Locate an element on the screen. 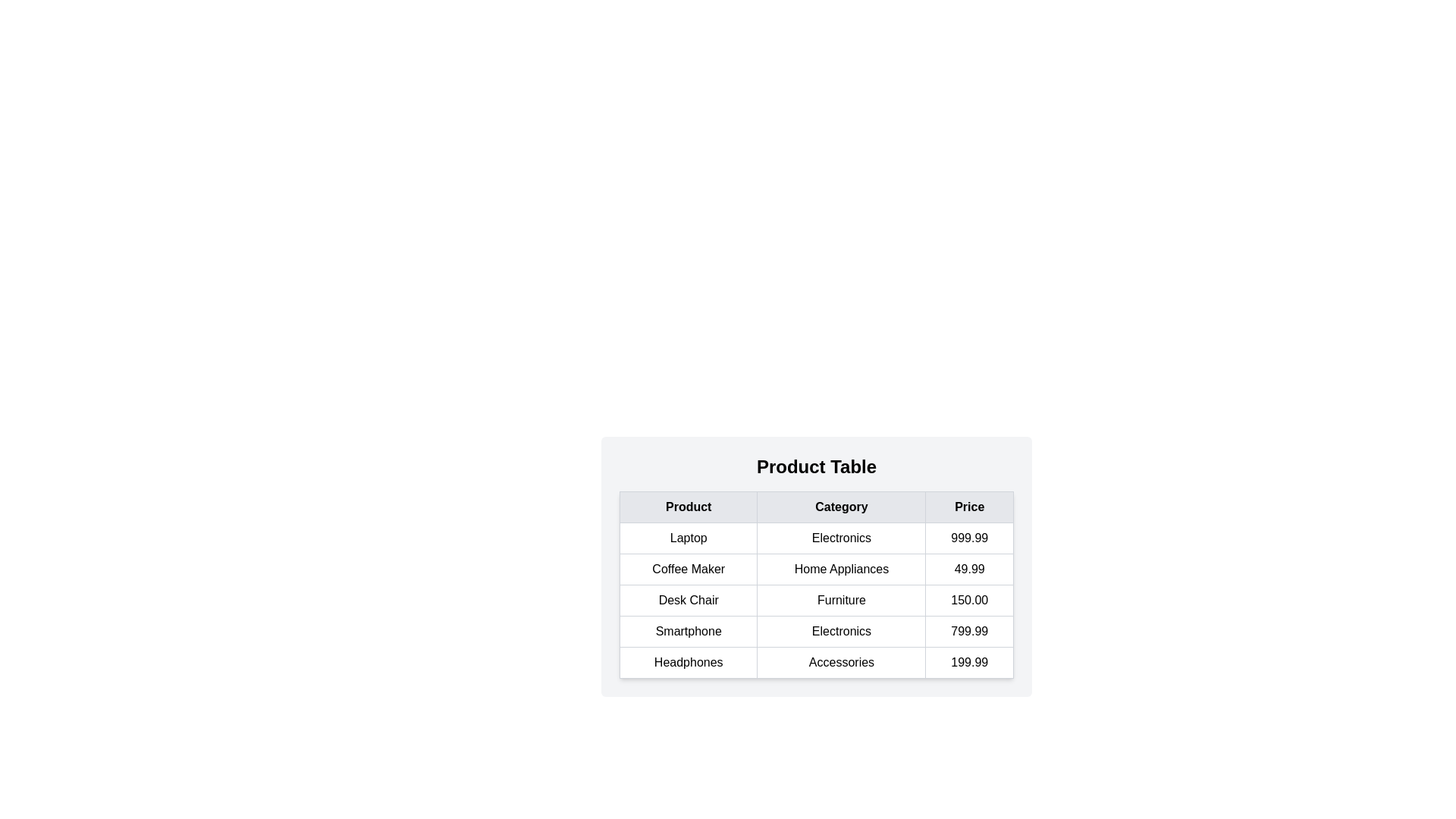 The image size is (1456, 819). the 'Furniture' category label located in the third row of the table under the 'Category' column, between 'Desk Chair' and '150.00' is located at coordinates (840, 599).